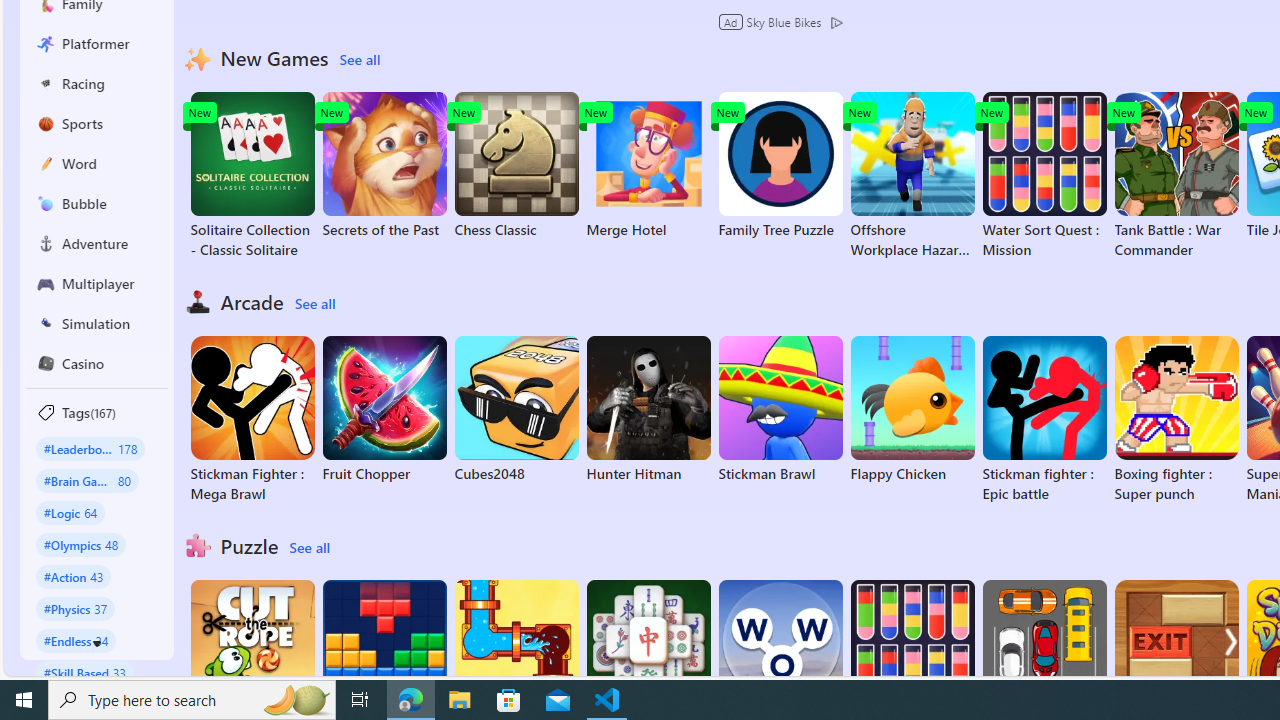 This screenshot has height=720, width=1280. What do you see at coordinates (911, 409) in the screenshot?
I see `'Flappy Chicken'` at bounding box center [911, 409].